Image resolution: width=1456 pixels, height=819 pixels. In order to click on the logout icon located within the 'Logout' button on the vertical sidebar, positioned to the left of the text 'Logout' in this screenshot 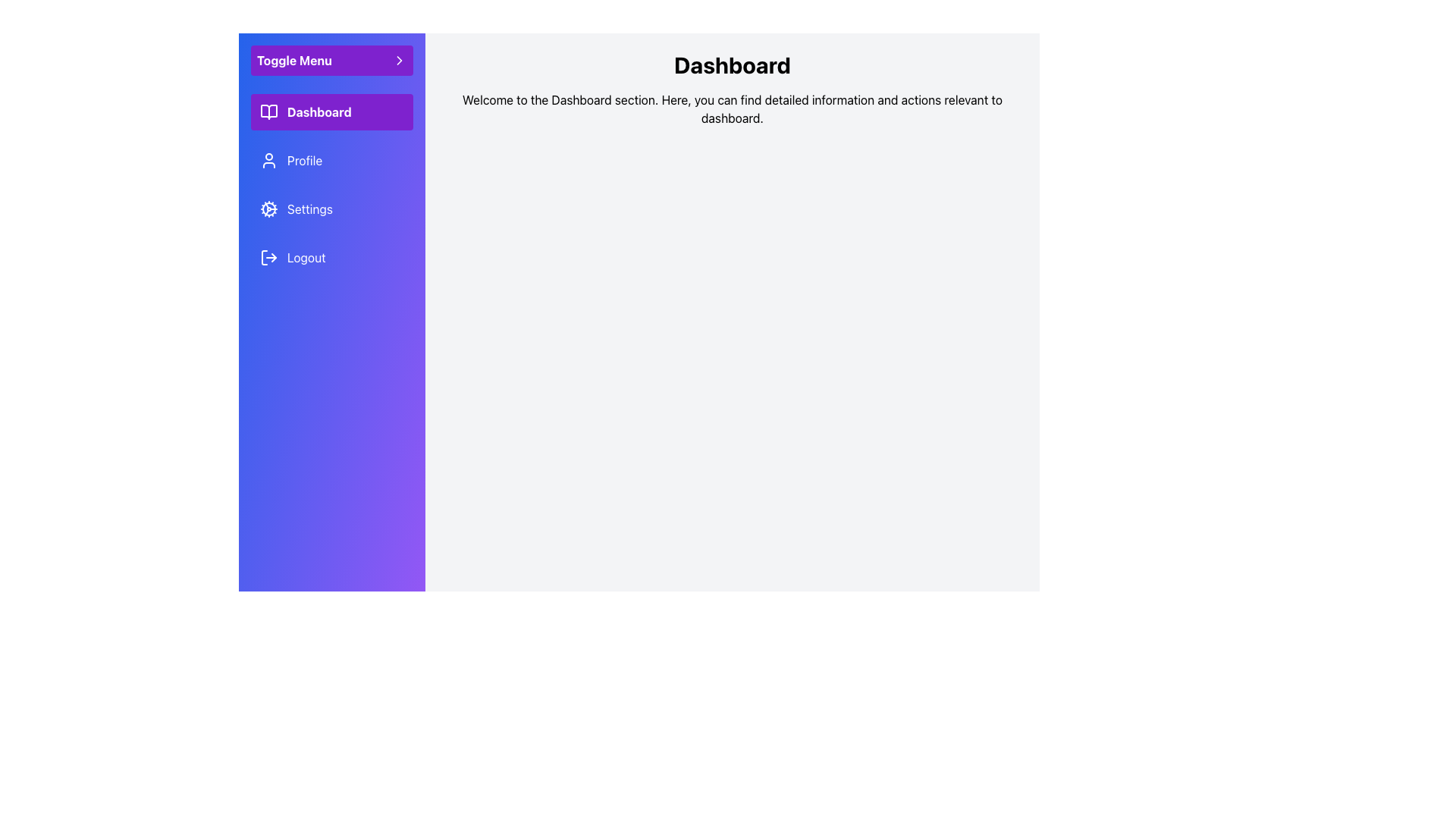, I will do `click(269, 256)`.